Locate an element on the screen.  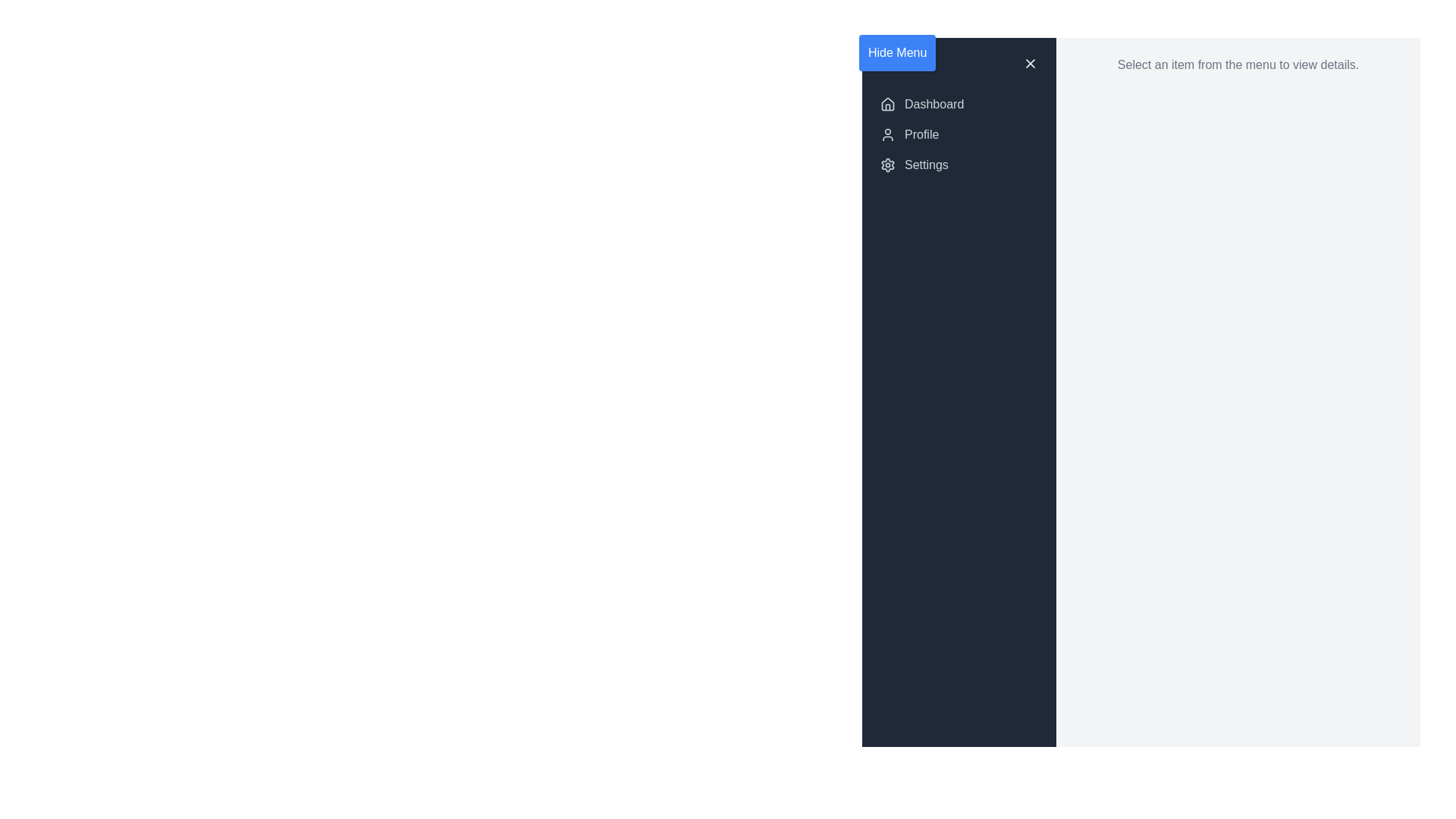
the compact 'X' icon located in the top-right corner of the dark sidebar to interact with the 'X' button is located at coordinates (1030, 63).